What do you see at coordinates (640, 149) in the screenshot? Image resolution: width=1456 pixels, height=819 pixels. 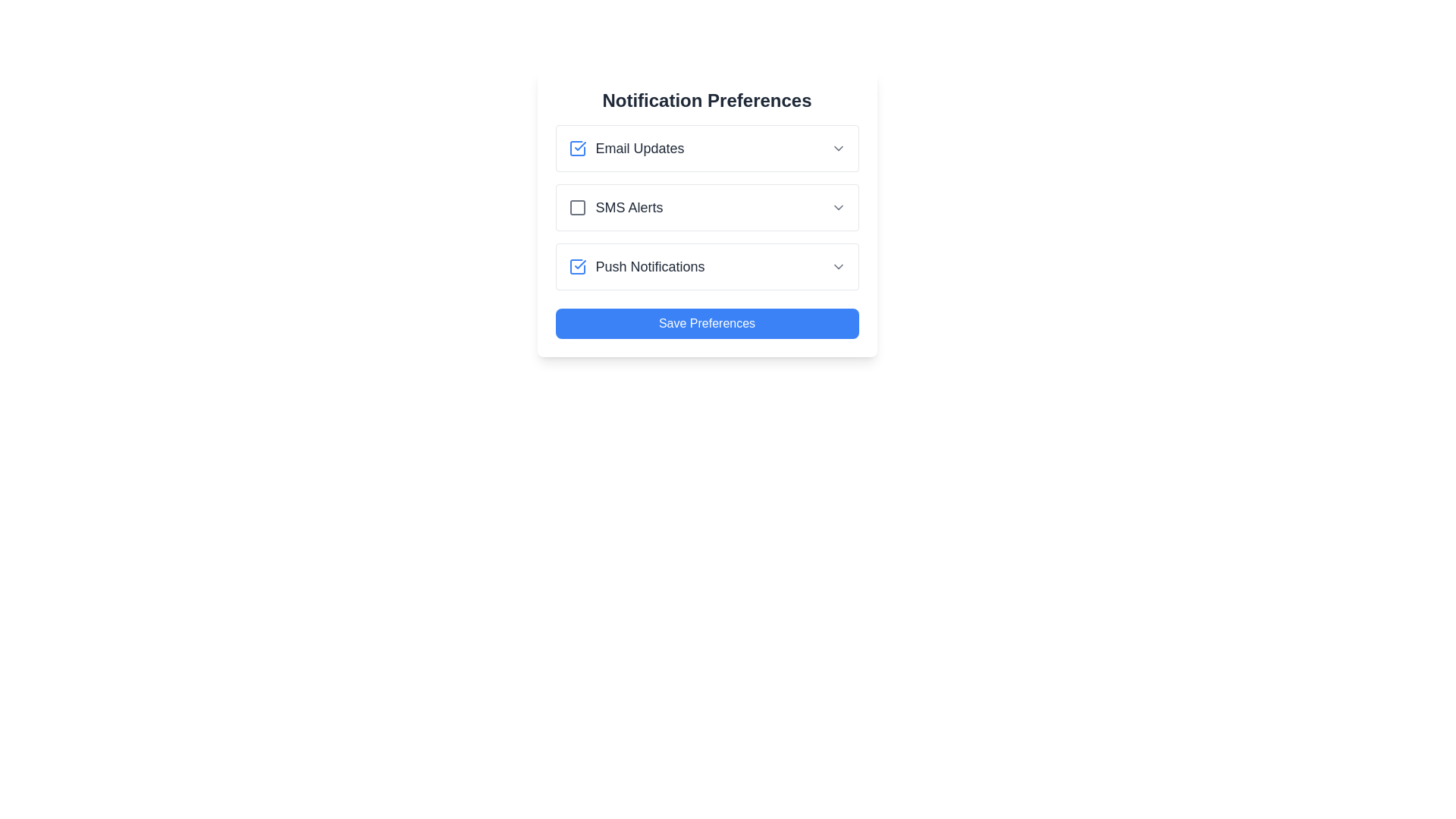 I see `text displayed on the label adjacent to the checkbox for email updates, which is located to the right of the checkbox and above the 'SMS Alerts' label in the notification preferences list` at bounding box center [640, 149].